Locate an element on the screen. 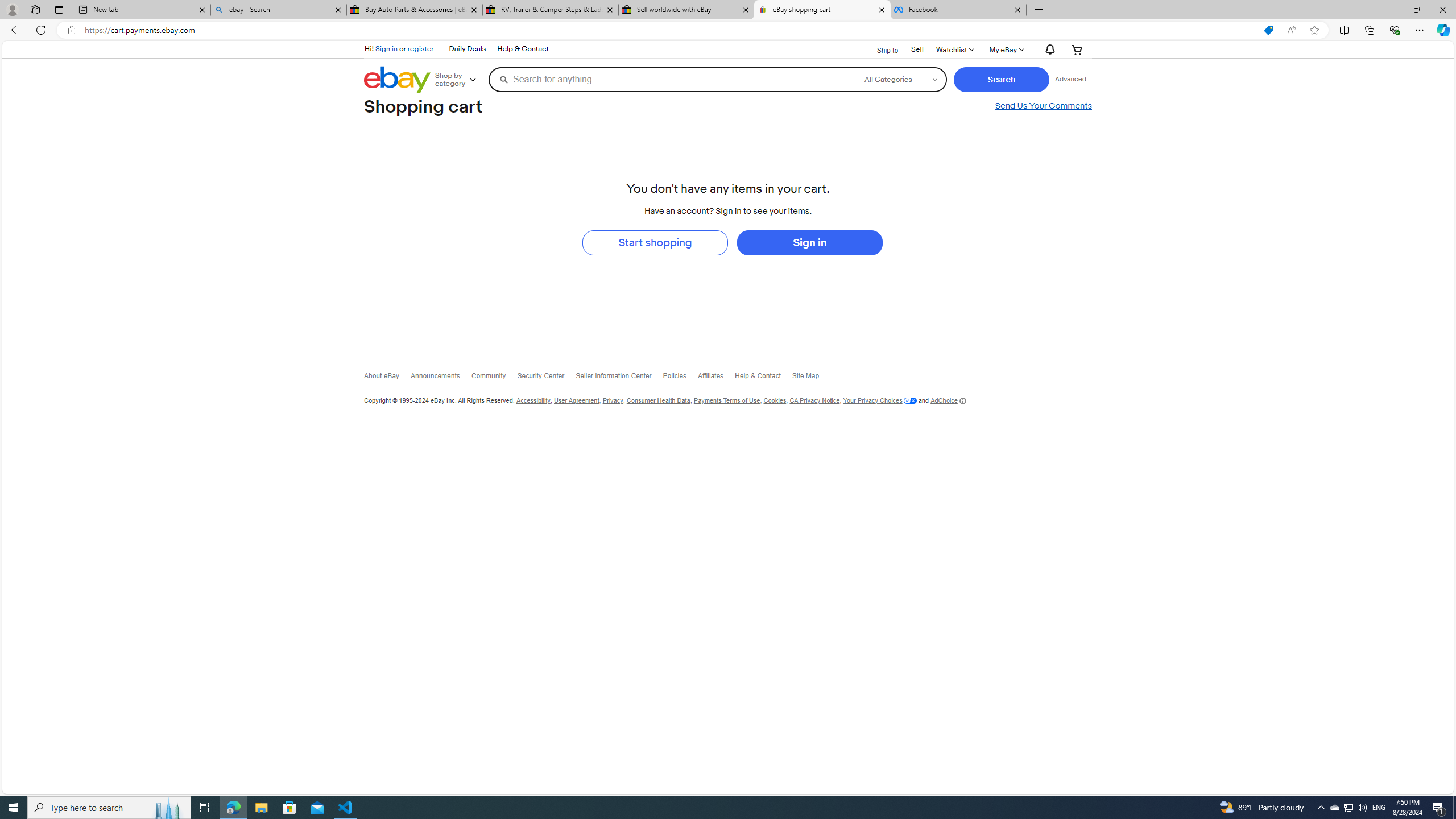  'AdChoice' is located at coordinates (948, 400).